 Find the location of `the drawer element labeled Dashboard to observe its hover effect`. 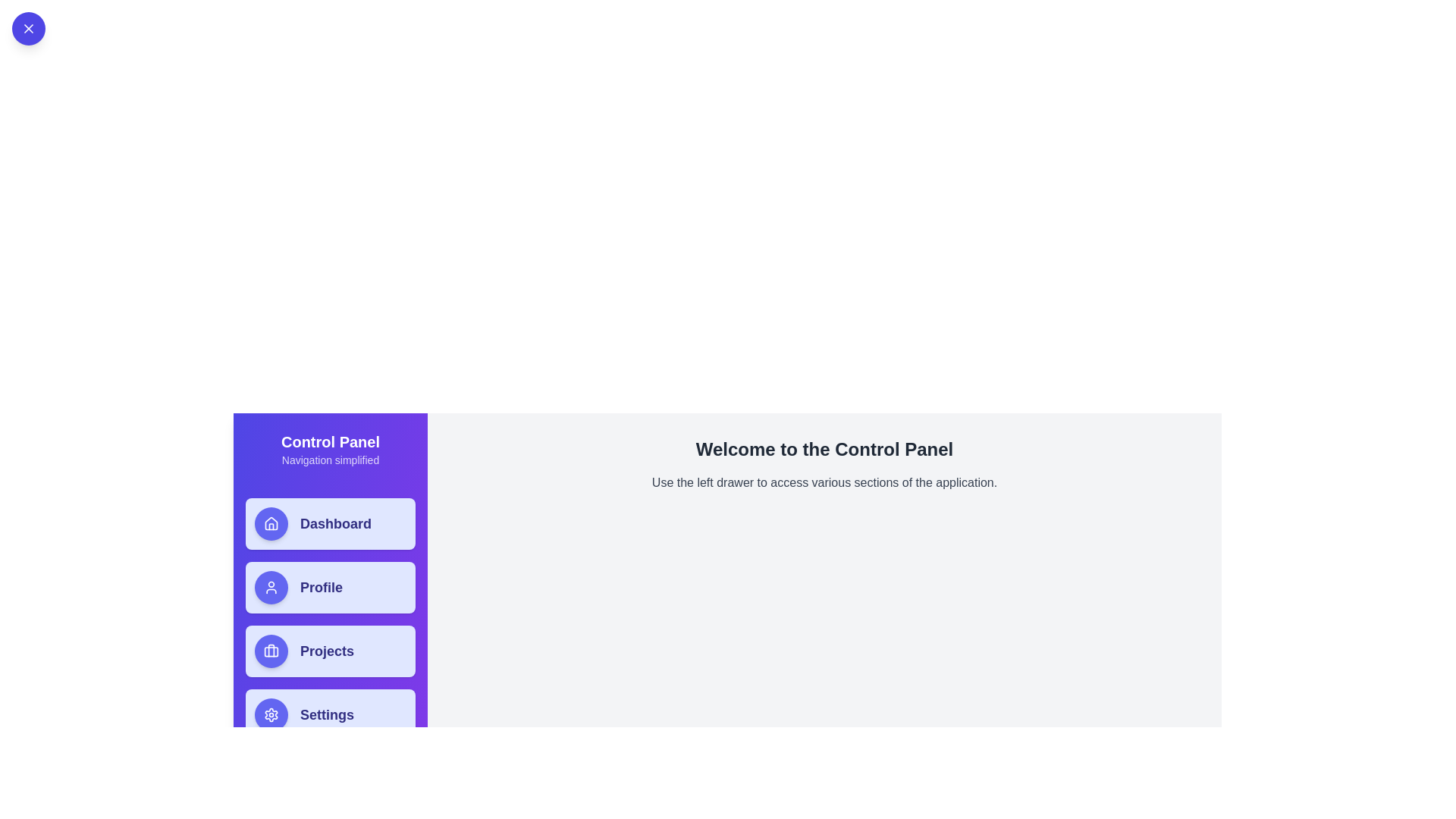

the drawer element labeled Dashboard to observe its hover effect is located at coordinates (330, 522).